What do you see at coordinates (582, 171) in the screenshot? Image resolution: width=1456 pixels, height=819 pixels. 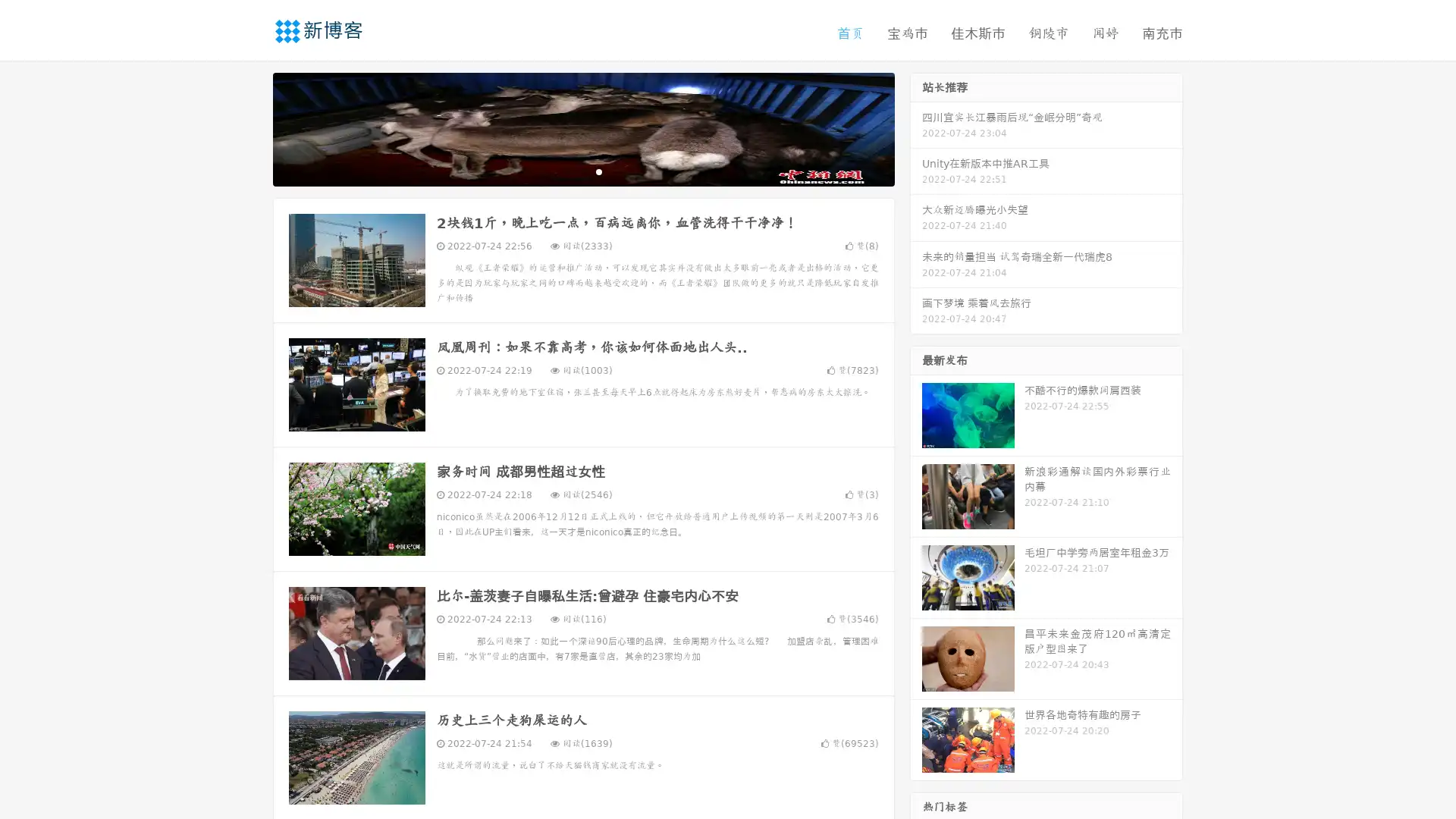 I see `Go to slide 2` at bounding box center [582, 171].